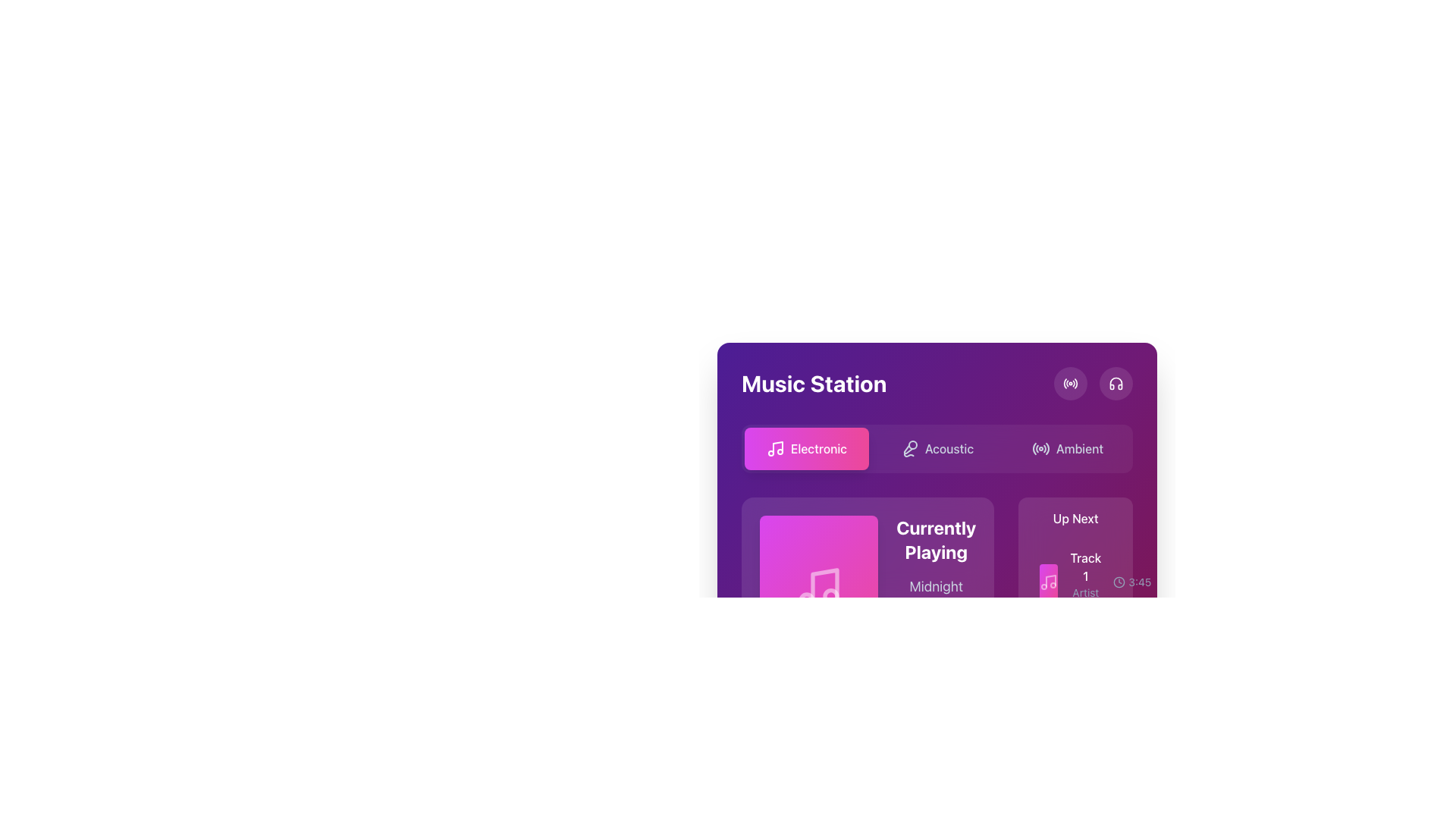  Describe the element at coordinates (1064, 382) in the screenshot. I see `the curved line segment of the circular structure within the SVG icon that represents an outermost arc` at that location.